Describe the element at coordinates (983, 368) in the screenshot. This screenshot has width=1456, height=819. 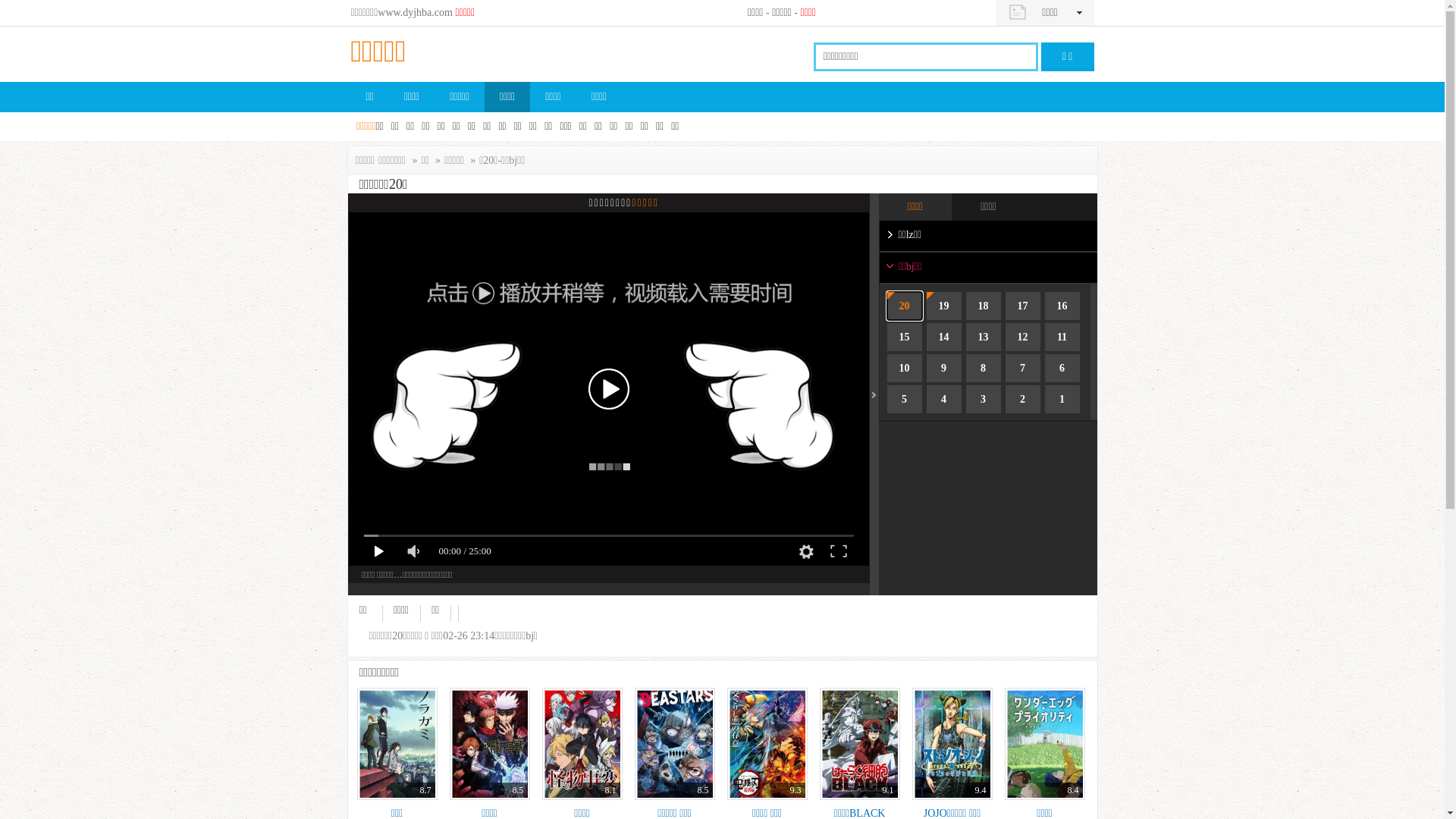
I see `'8'` at that location.